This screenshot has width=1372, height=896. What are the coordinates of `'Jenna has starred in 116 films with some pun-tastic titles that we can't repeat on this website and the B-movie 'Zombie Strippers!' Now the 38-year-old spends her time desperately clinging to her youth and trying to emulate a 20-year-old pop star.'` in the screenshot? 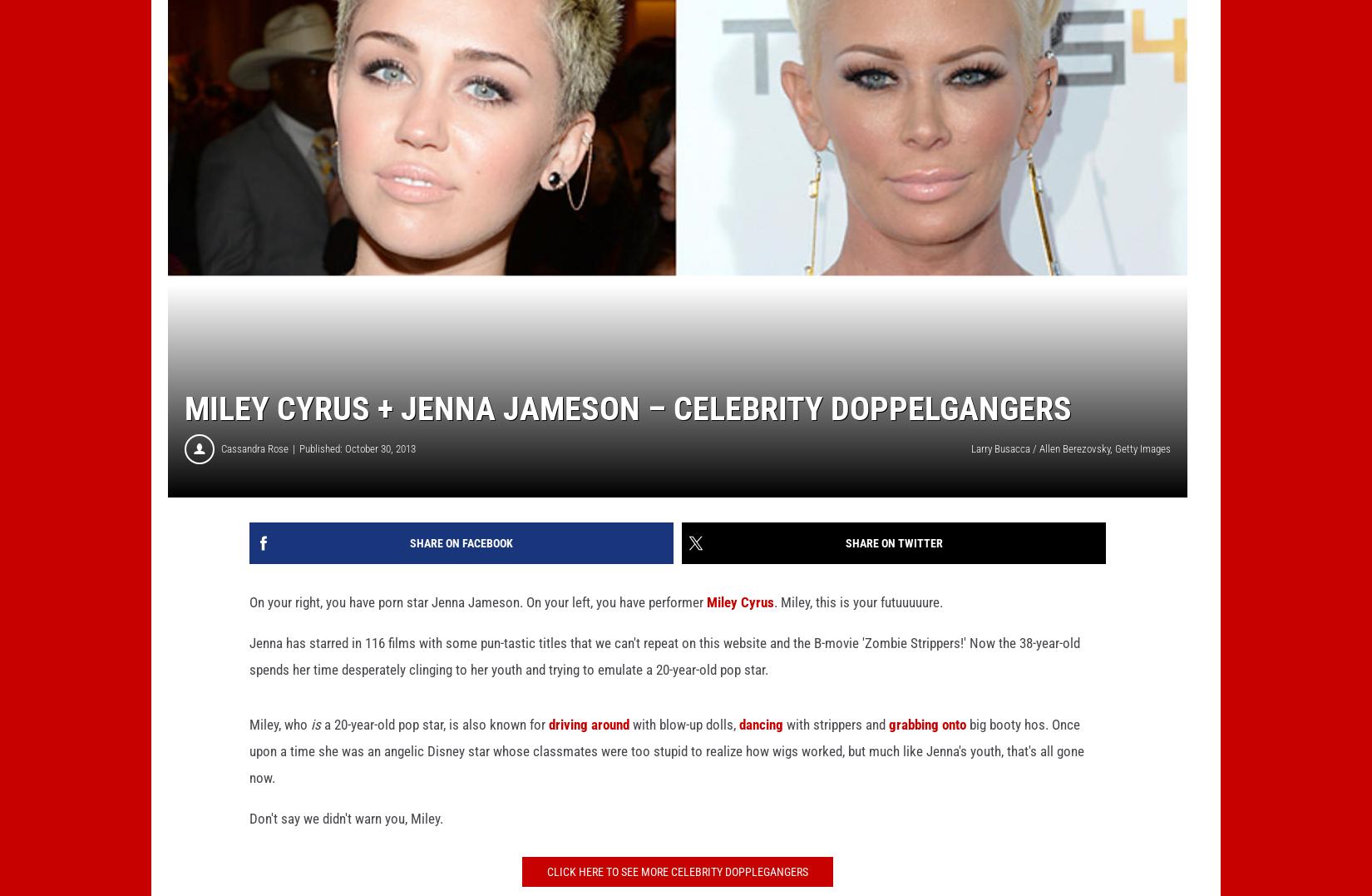 It's located at (664, 682).